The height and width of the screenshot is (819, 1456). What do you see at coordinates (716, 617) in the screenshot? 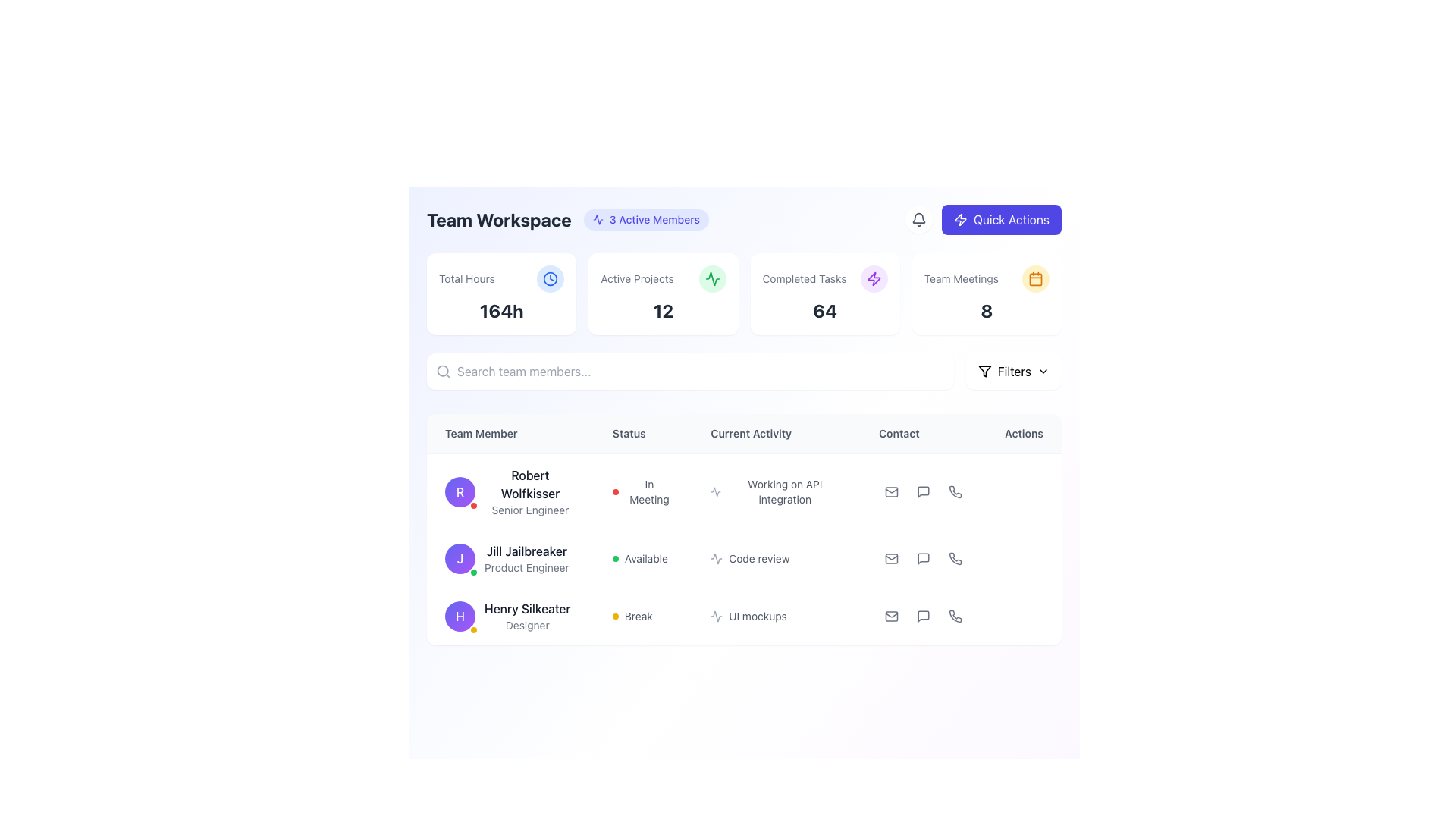
I see `the electrocardiogram icon representing current activity for the first team member in the 'Team Workspace' interface` at bounding box center [716, 617].